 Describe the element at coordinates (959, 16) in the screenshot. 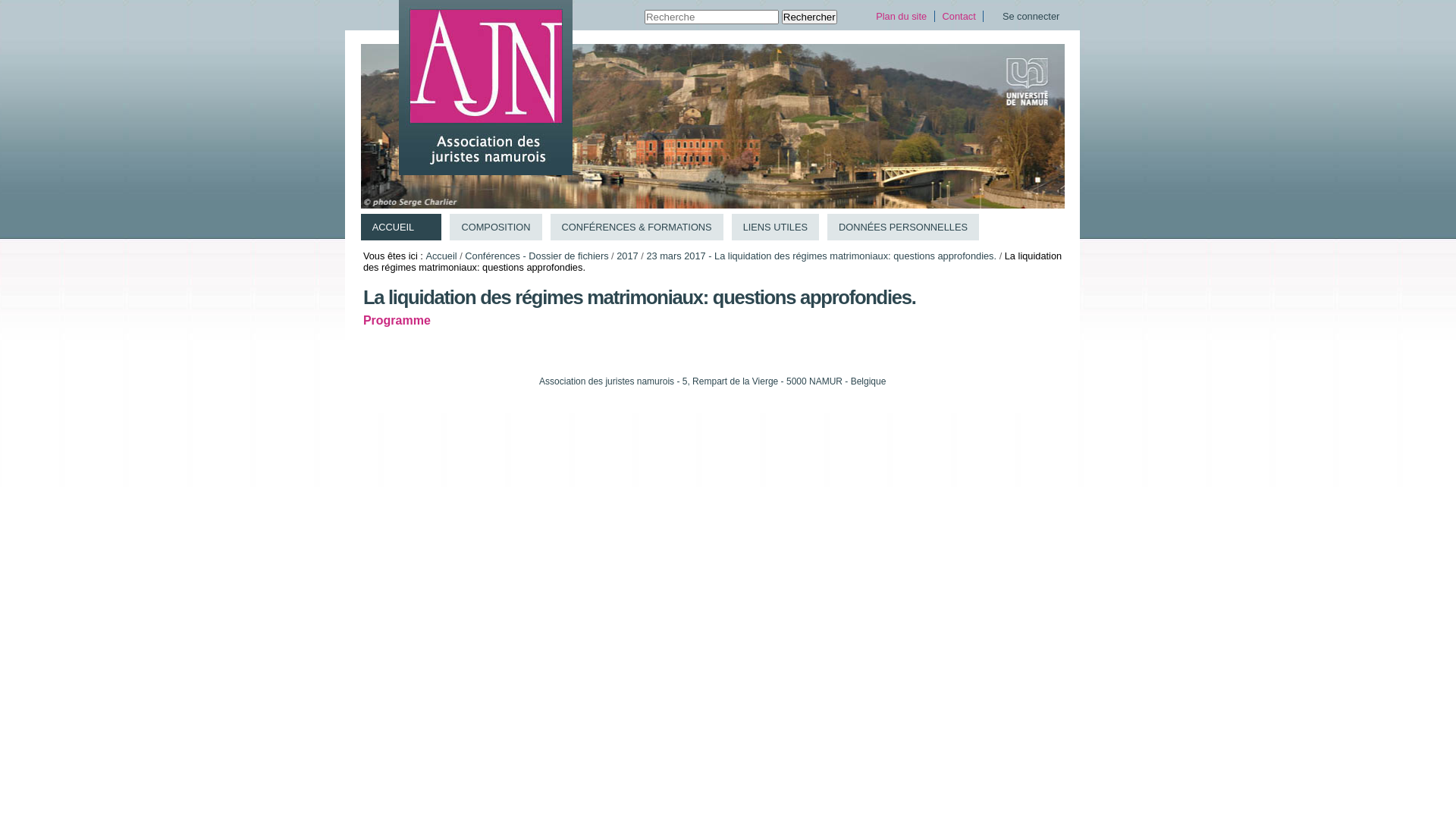

I see `'Contact'` at that location.